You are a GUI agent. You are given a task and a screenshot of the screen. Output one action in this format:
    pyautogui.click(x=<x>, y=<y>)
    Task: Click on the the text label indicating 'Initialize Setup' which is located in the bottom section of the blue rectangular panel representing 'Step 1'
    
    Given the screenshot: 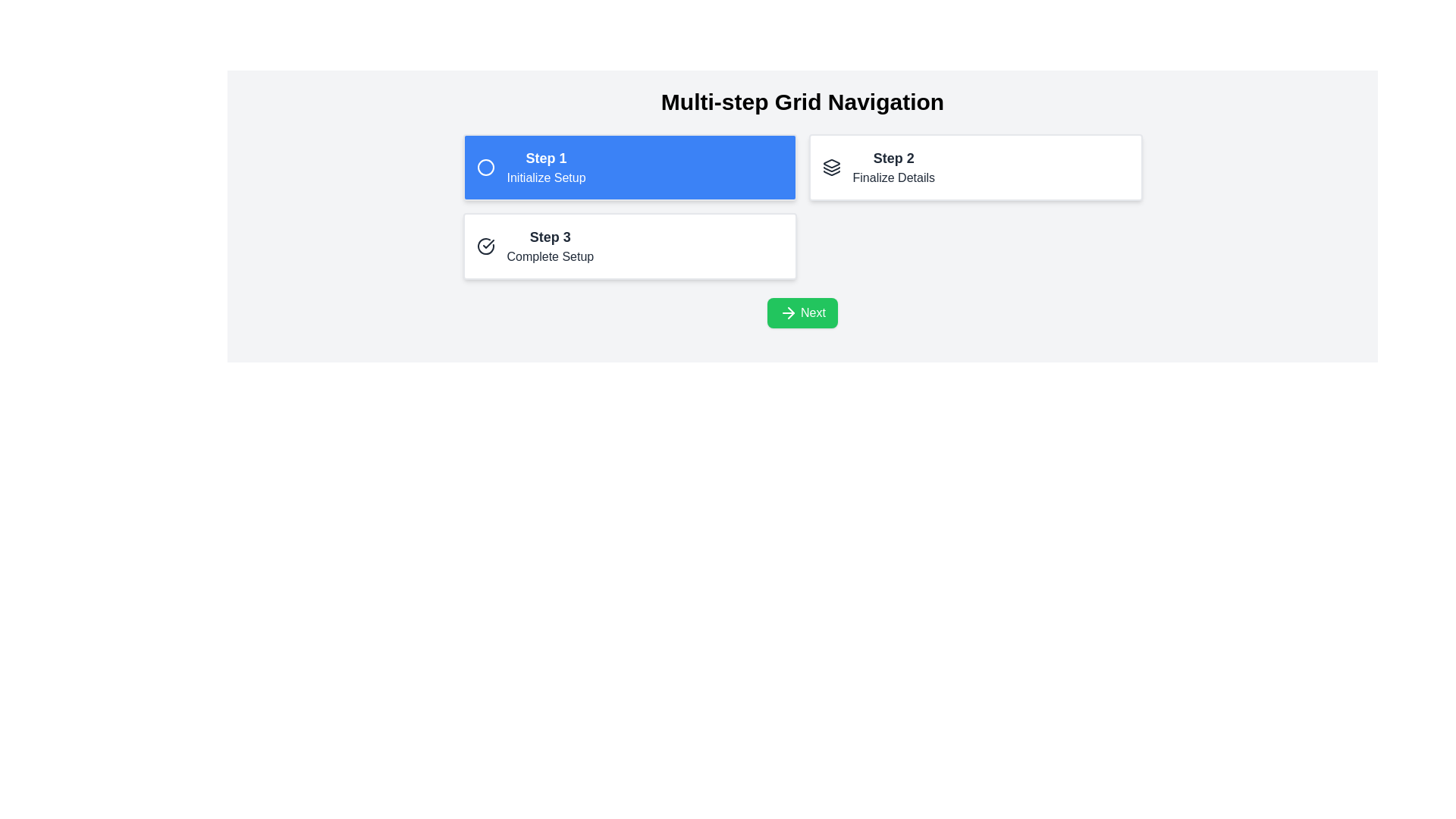 What is the action you would take?
    pyautogui.click(x=546, y=177)
    